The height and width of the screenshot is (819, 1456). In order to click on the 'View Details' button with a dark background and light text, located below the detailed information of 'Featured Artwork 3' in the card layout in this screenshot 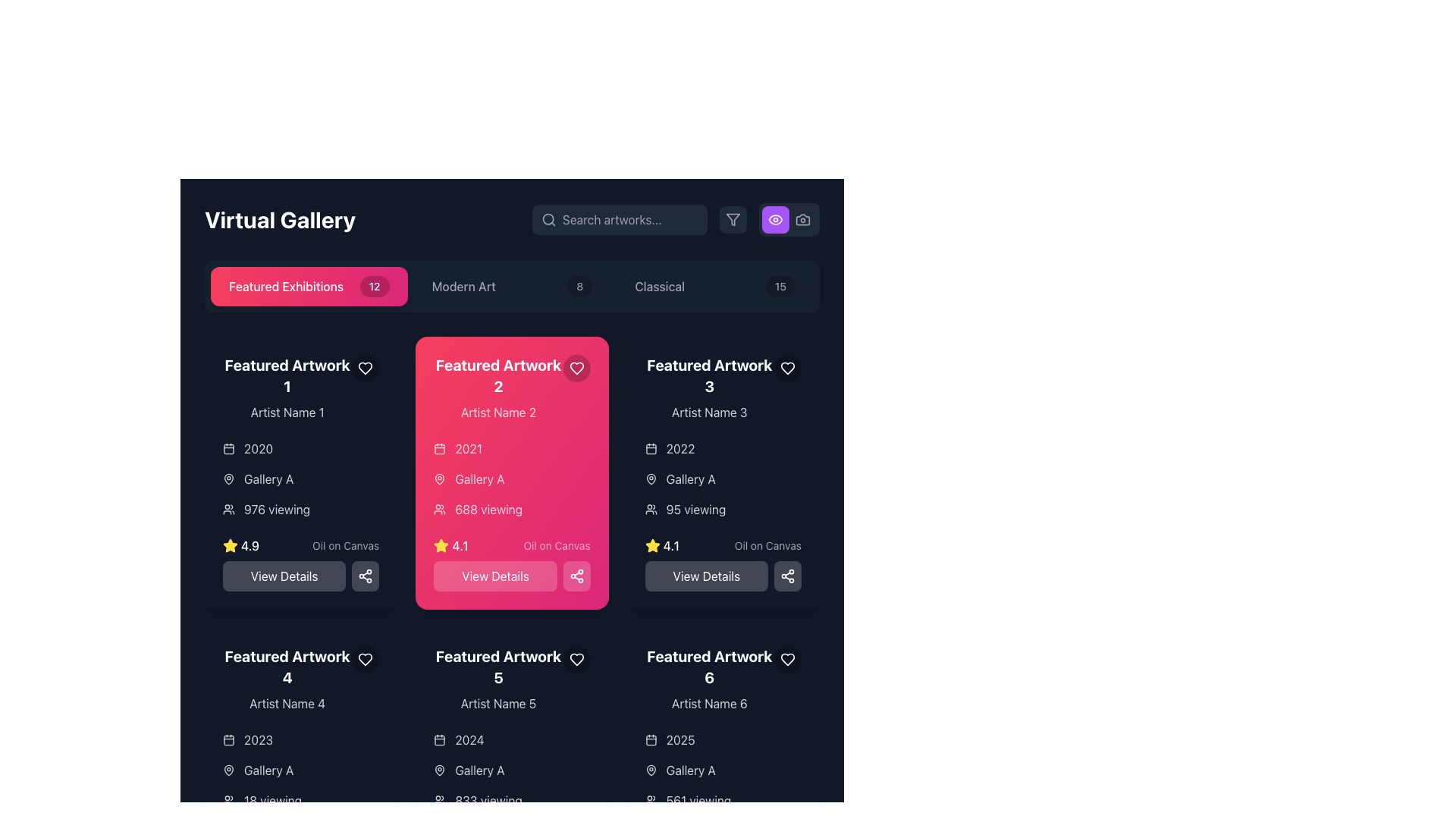, I will do `click(705, 576)`.